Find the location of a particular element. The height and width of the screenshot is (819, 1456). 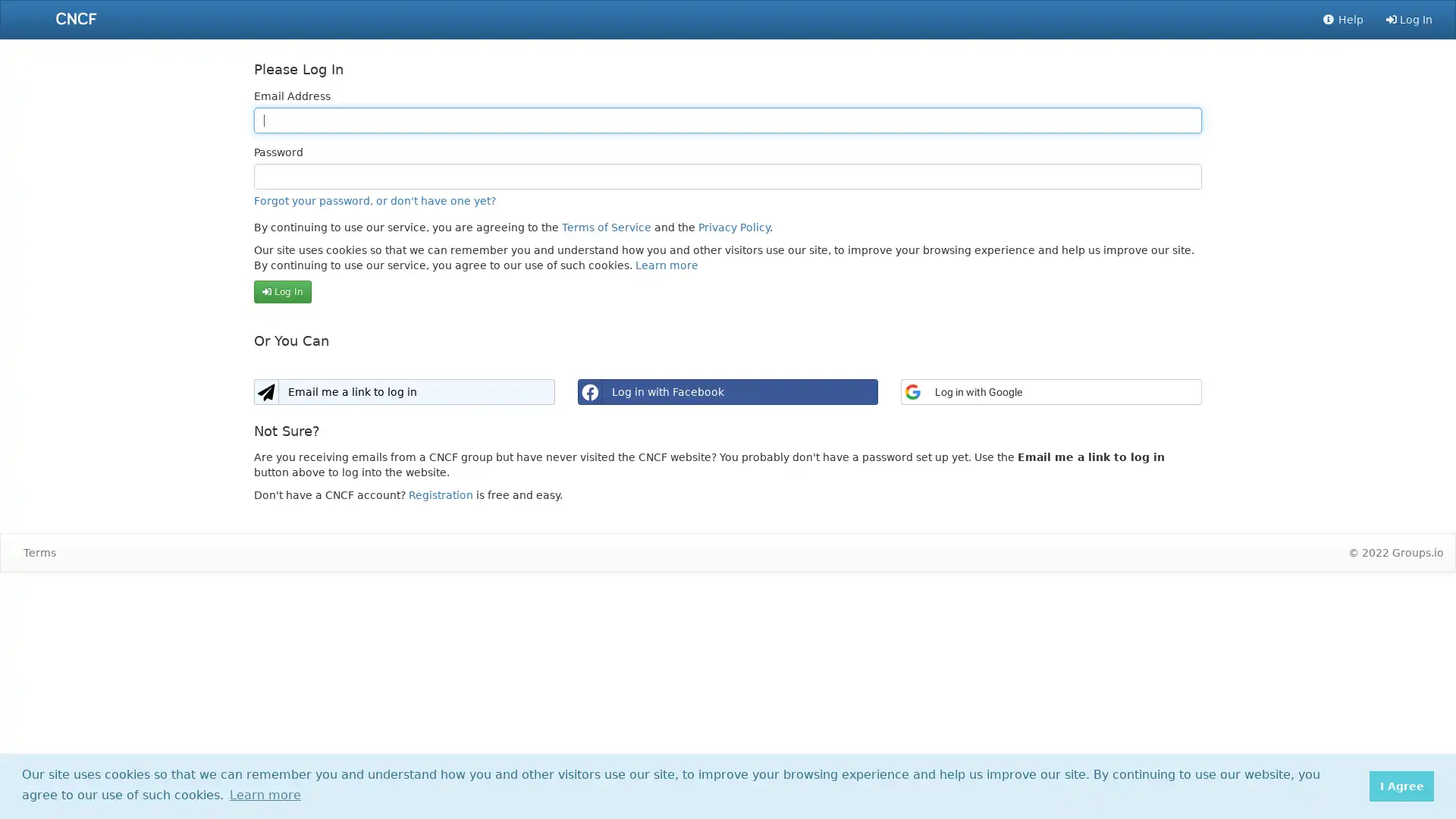

Log In is located at coordinates (281, 291).